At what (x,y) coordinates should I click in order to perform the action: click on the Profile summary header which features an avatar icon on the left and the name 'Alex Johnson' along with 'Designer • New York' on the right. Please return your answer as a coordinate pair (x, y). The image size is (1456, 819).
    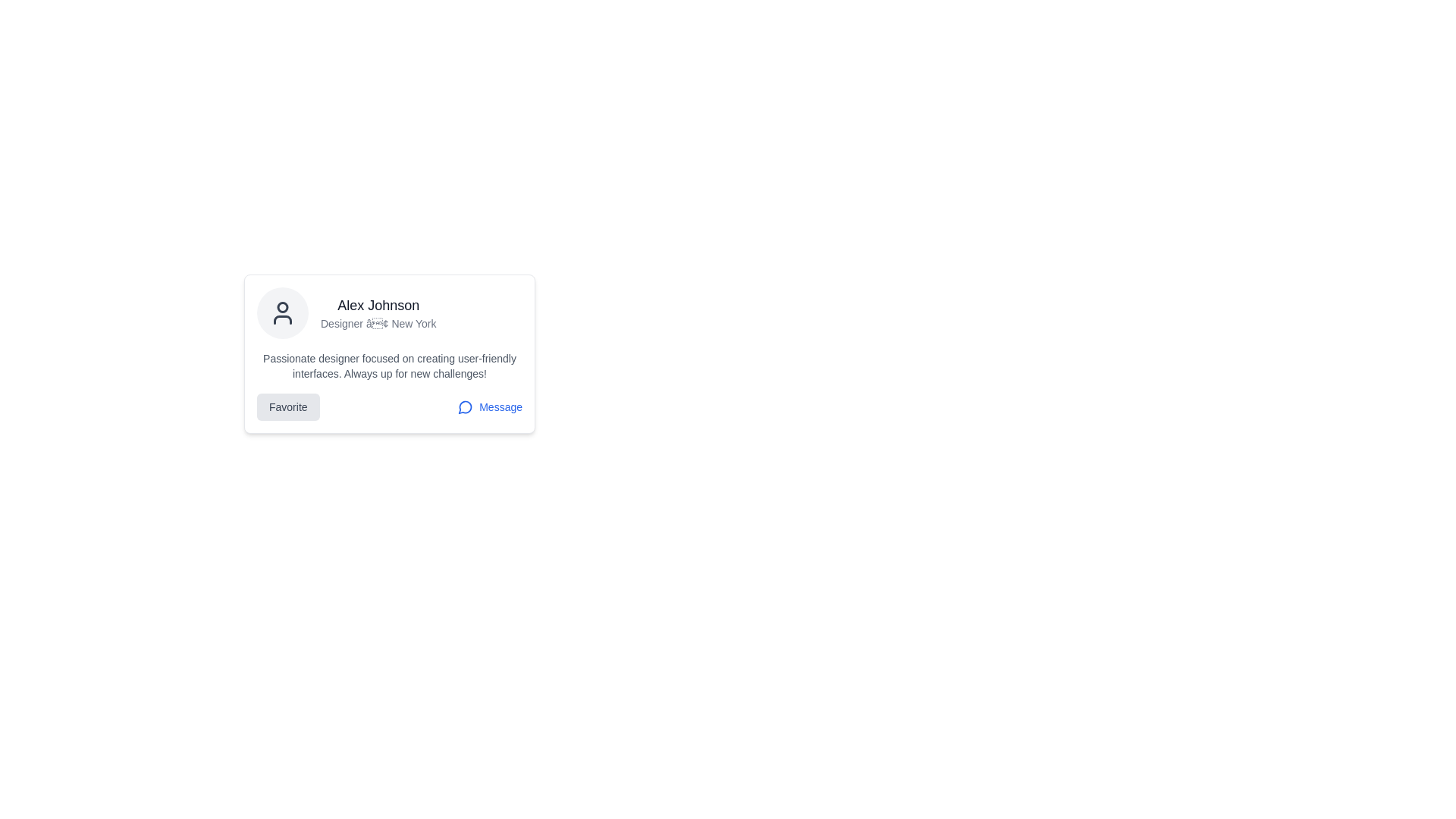
    Looking at the image, I should click on (389, 312).